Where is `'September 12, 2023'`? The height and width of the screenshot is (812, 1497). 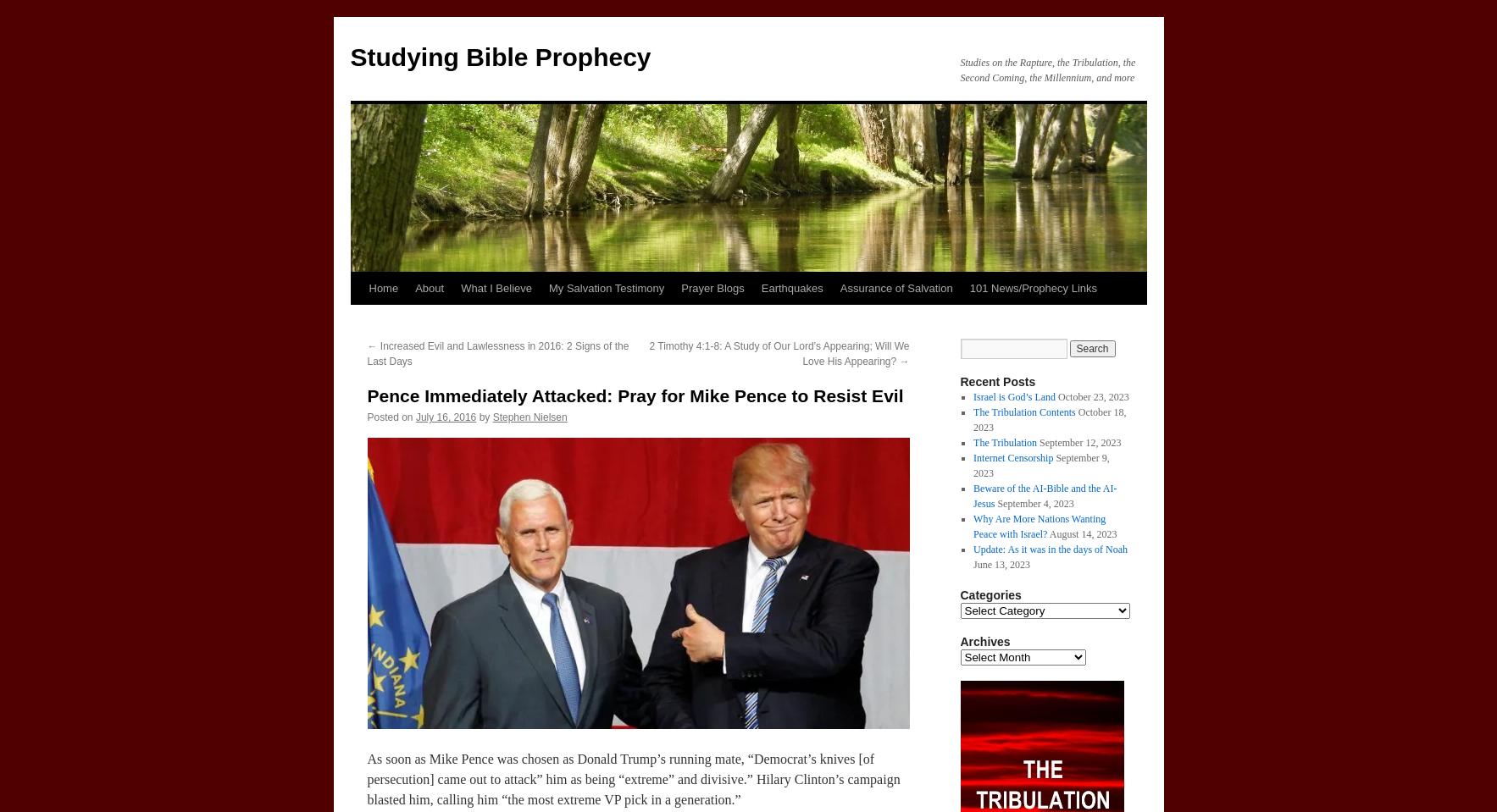 'September 12, 2023' is located at coordinates (1079, 443).